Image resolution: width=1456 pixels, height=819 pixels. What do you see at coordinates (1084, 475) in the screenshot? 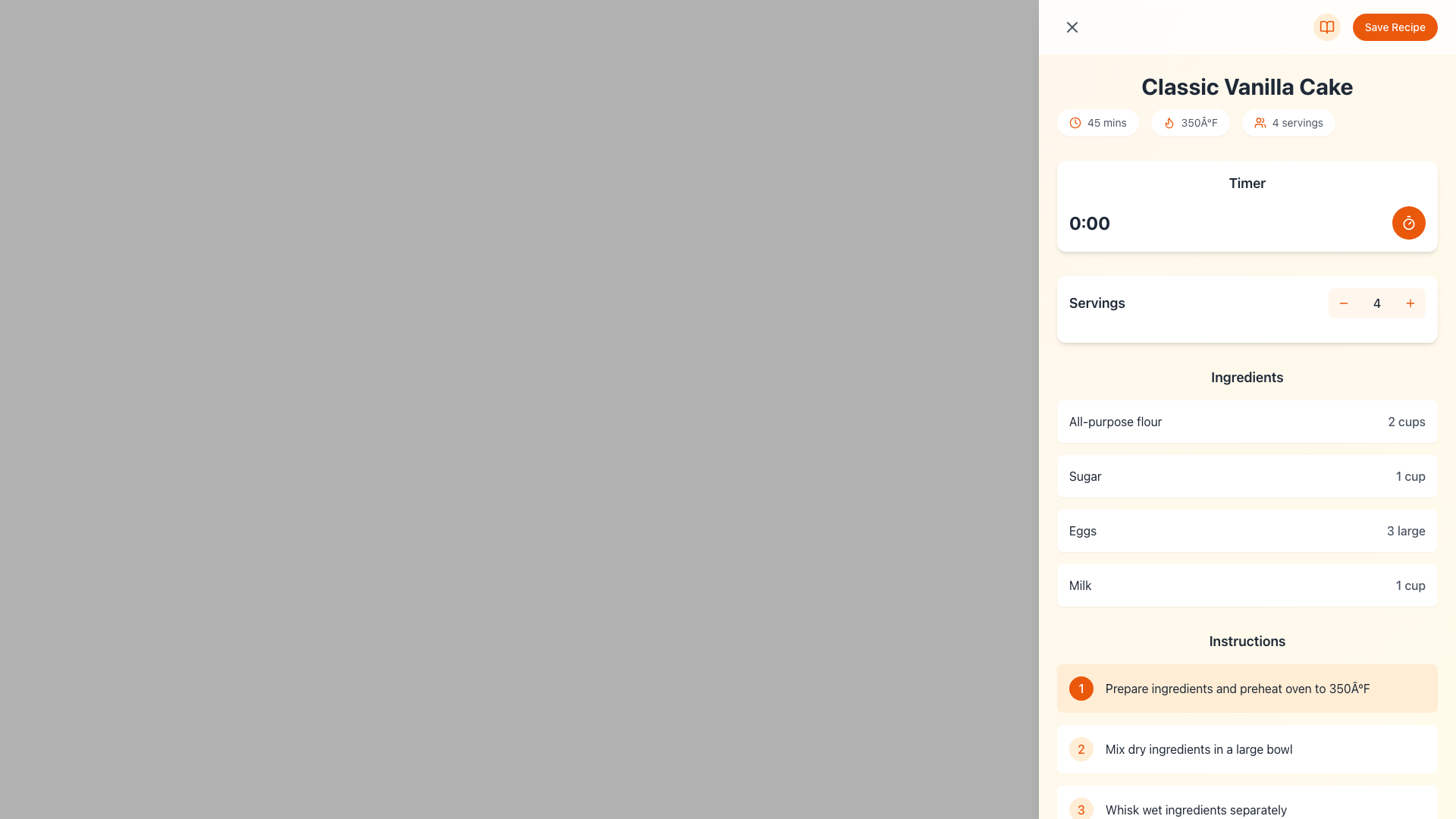
I see `text label indicating the name of the ingredient 'Sugar' located in the ingredients section of the recipe` at bounding box center [1084, 475].